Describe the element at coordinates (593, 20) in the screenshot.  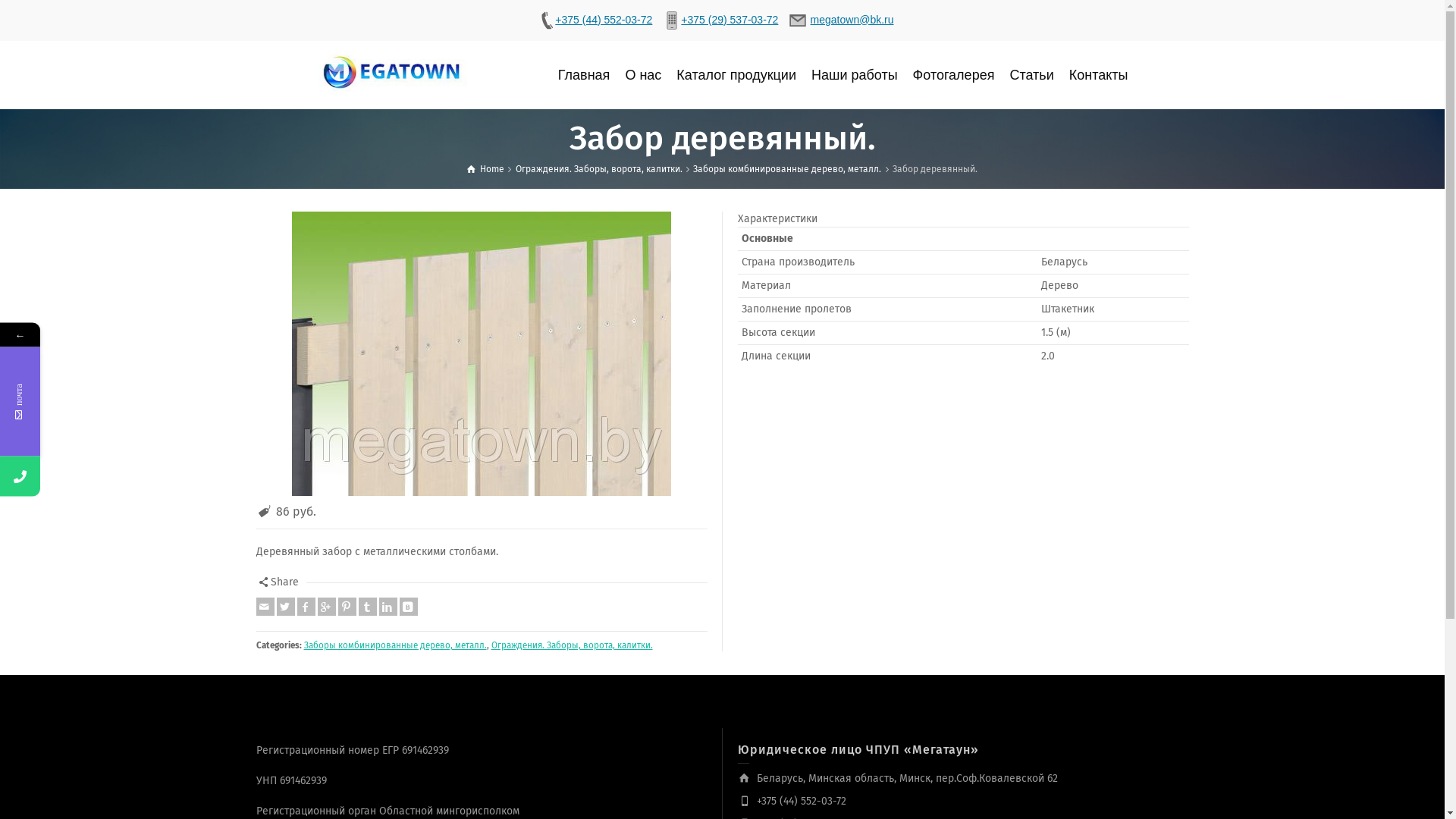
I see `'+375 (44) 552-03-72'` at that location.